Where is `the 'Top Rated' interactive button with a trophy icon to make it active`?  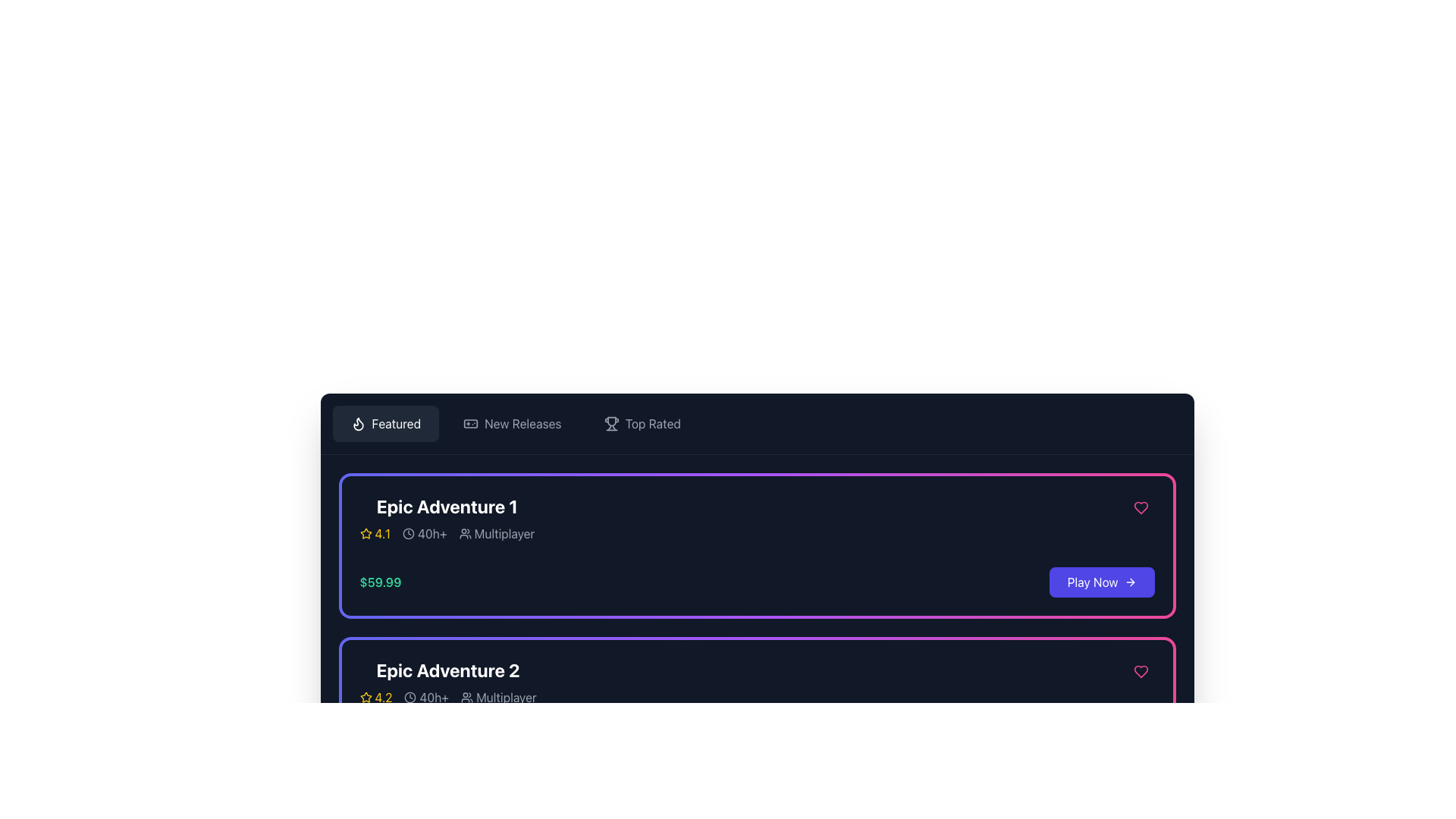 the 'Top Rated' interactive button with a trophy icon to make it active is located at coordinates (642, 424).